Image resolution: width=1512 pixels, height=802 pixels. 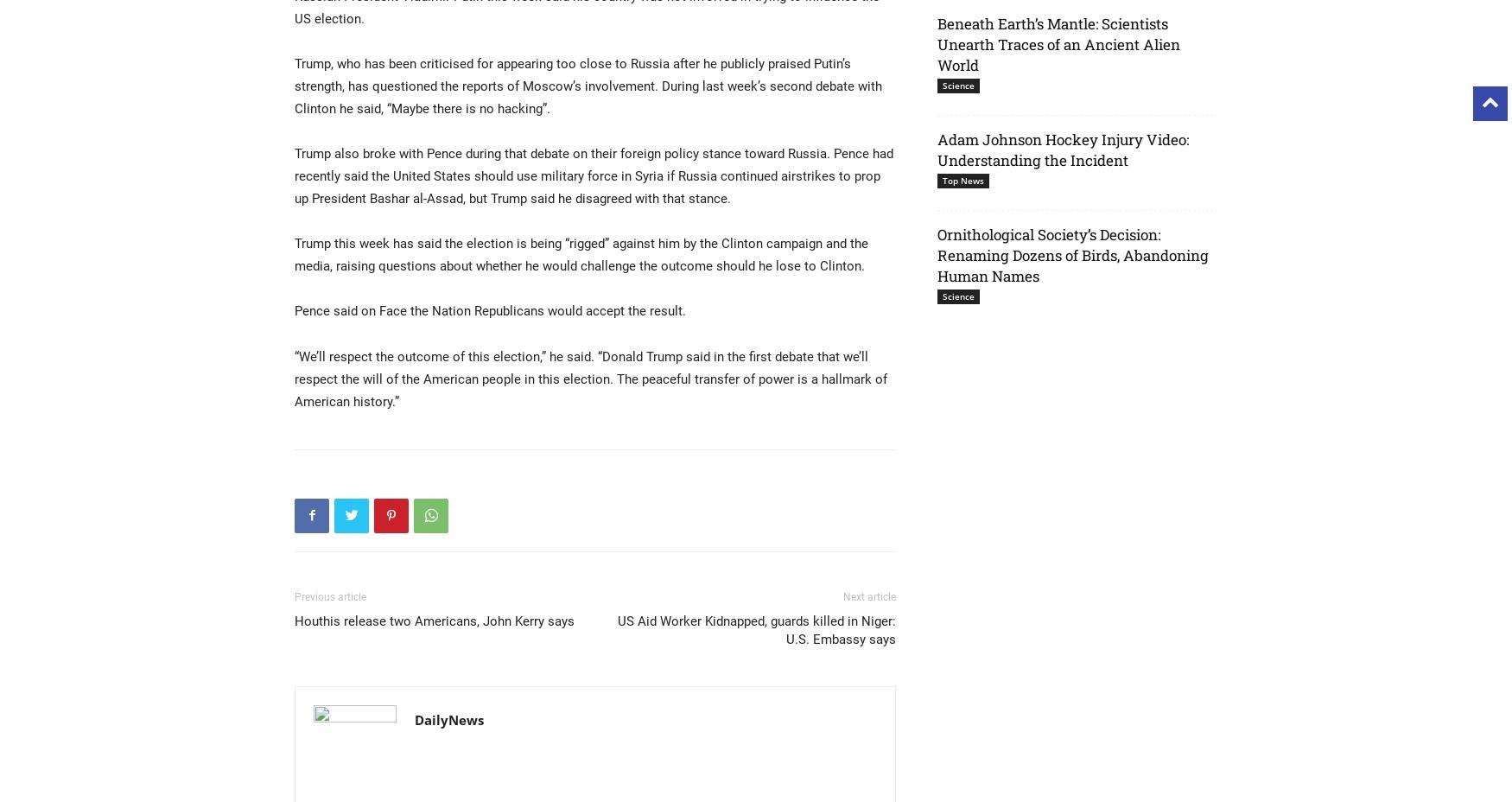 I want to click on 'Ornithological Society’s Decision: Renaming Dozens of Birds, Abandoning Human Names', so click(x=937, y=254).